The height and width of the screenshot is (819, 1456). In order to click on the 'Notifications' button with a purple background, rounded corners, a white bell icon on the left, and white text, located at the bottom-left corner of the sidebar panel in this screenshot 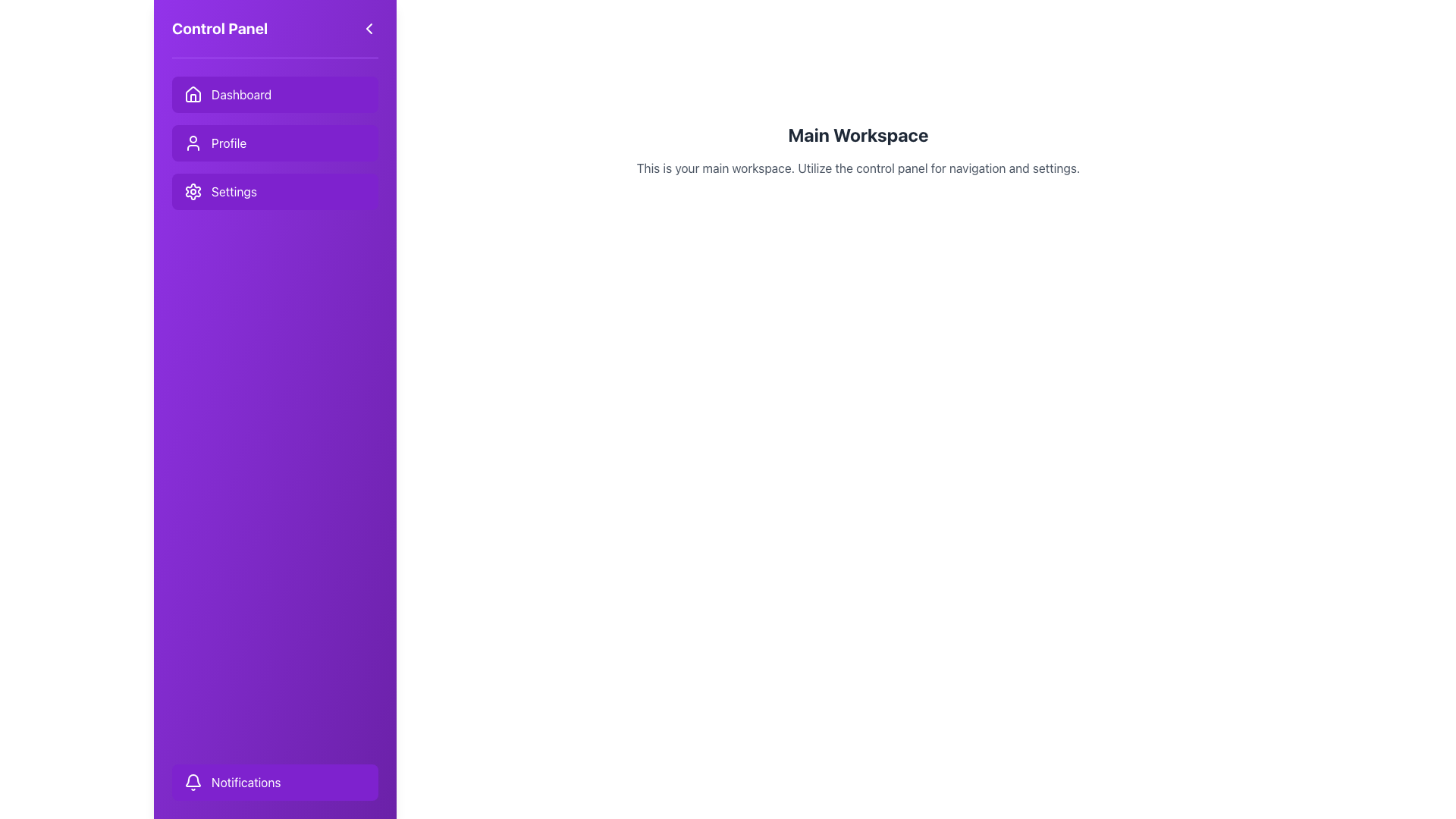, I will do `click(275, 783)`.